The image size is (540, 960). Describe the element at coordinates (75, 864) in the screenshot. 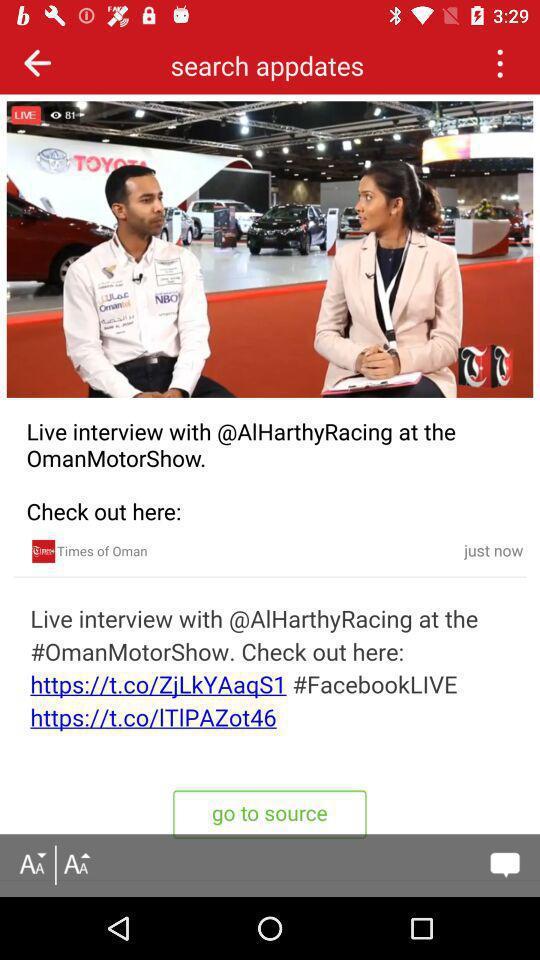

I see `the font icon` at that location.